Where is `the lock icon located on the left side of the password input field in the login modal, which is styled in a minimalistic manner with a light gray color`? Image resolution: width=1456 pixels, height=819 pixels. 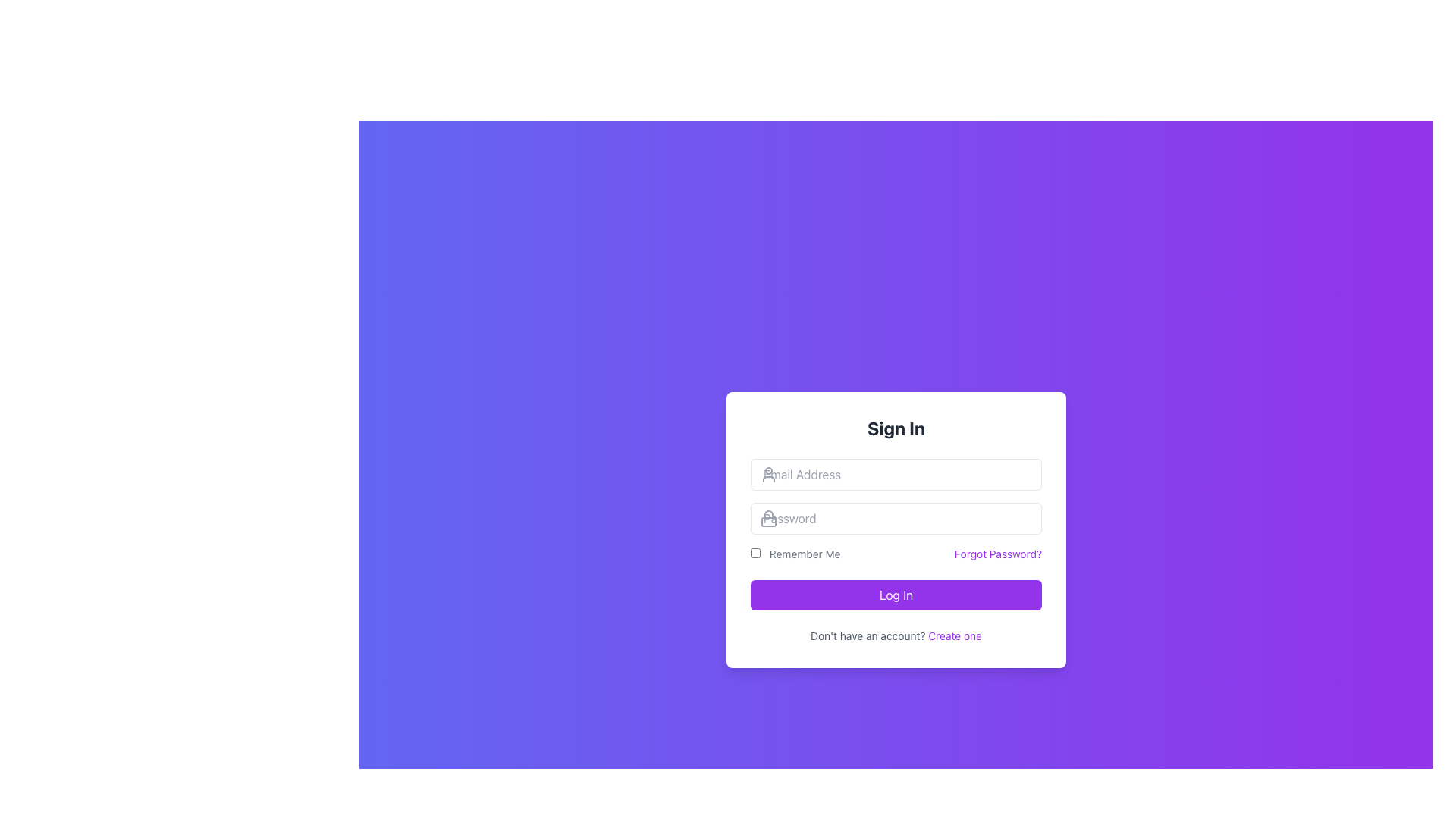
the lock icon located on the left side of the password input field in the login modal, which is styled in a minimalistic manner with a light gray color is located at coordinates (768, 517).